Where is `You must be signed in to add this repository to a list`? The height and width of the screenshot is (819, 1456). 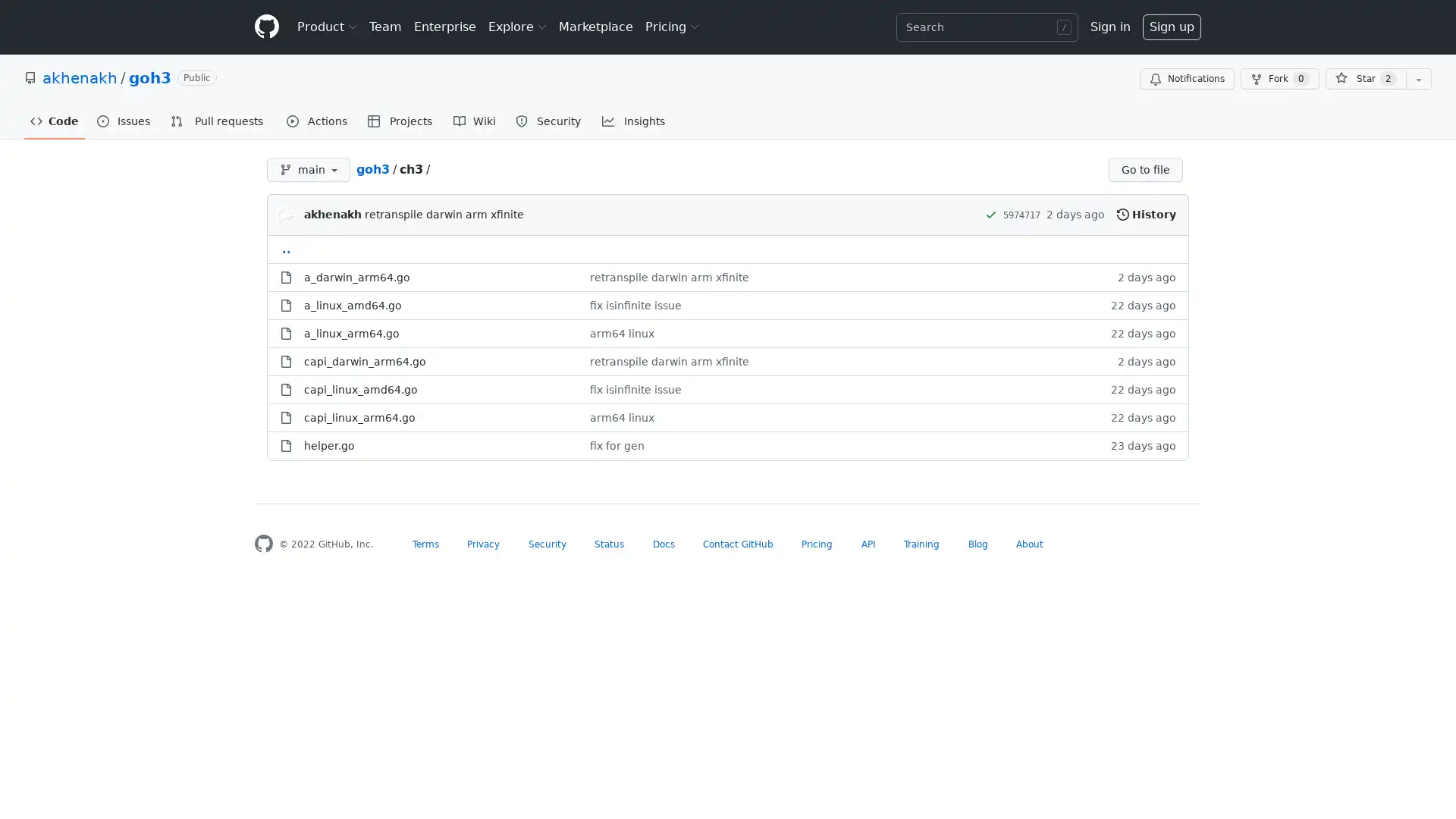
You must be signed in to add this repository to a list is located at coordinates (1418, 79).